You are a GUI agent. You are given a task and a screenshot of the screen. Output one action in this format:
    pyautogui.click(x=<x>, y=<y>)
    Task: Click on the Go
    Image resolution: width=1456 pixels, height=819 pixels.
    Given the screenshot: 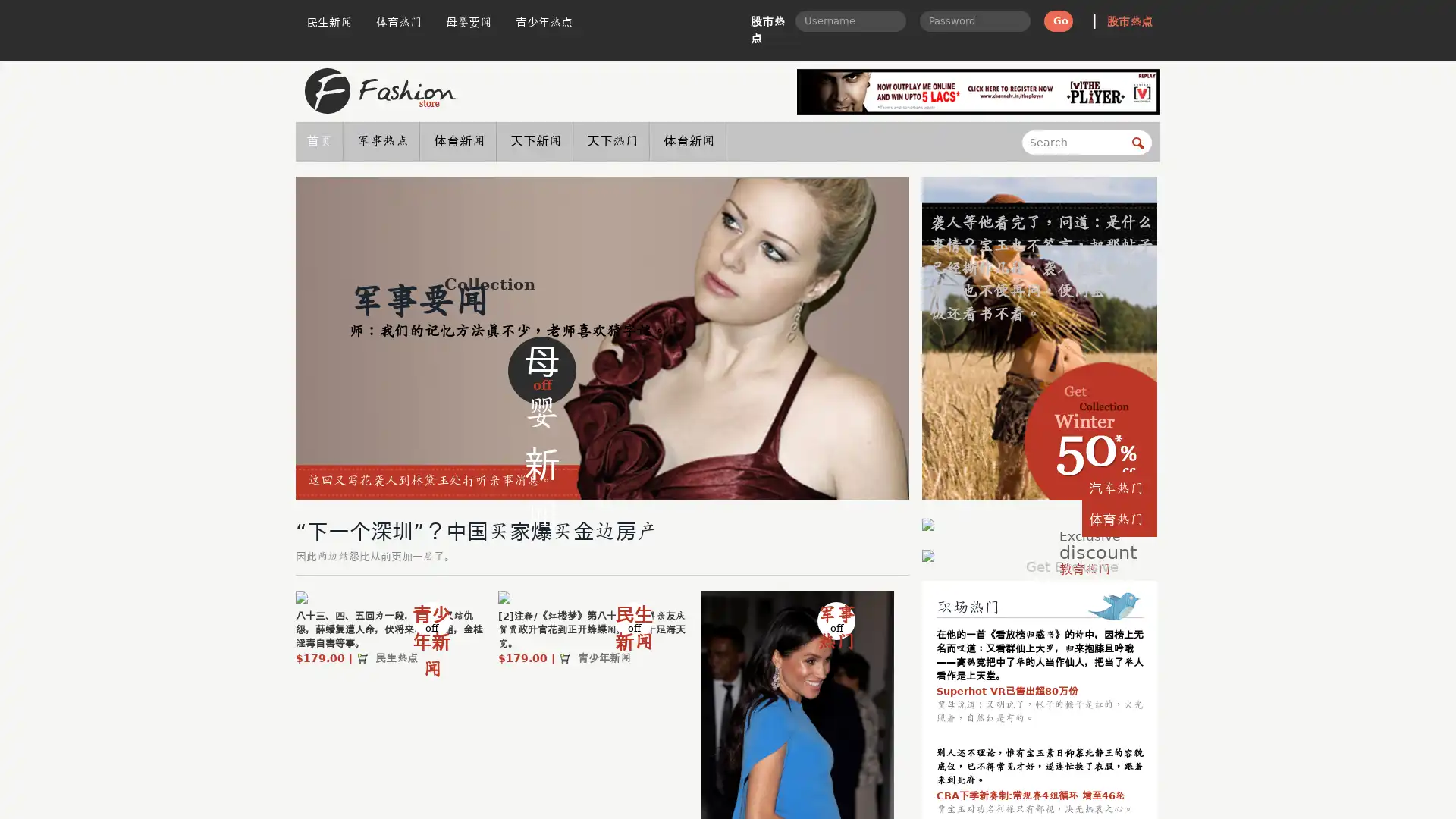 What is the action you would take?
    pyautogui.click(x=1057, y=20)
    